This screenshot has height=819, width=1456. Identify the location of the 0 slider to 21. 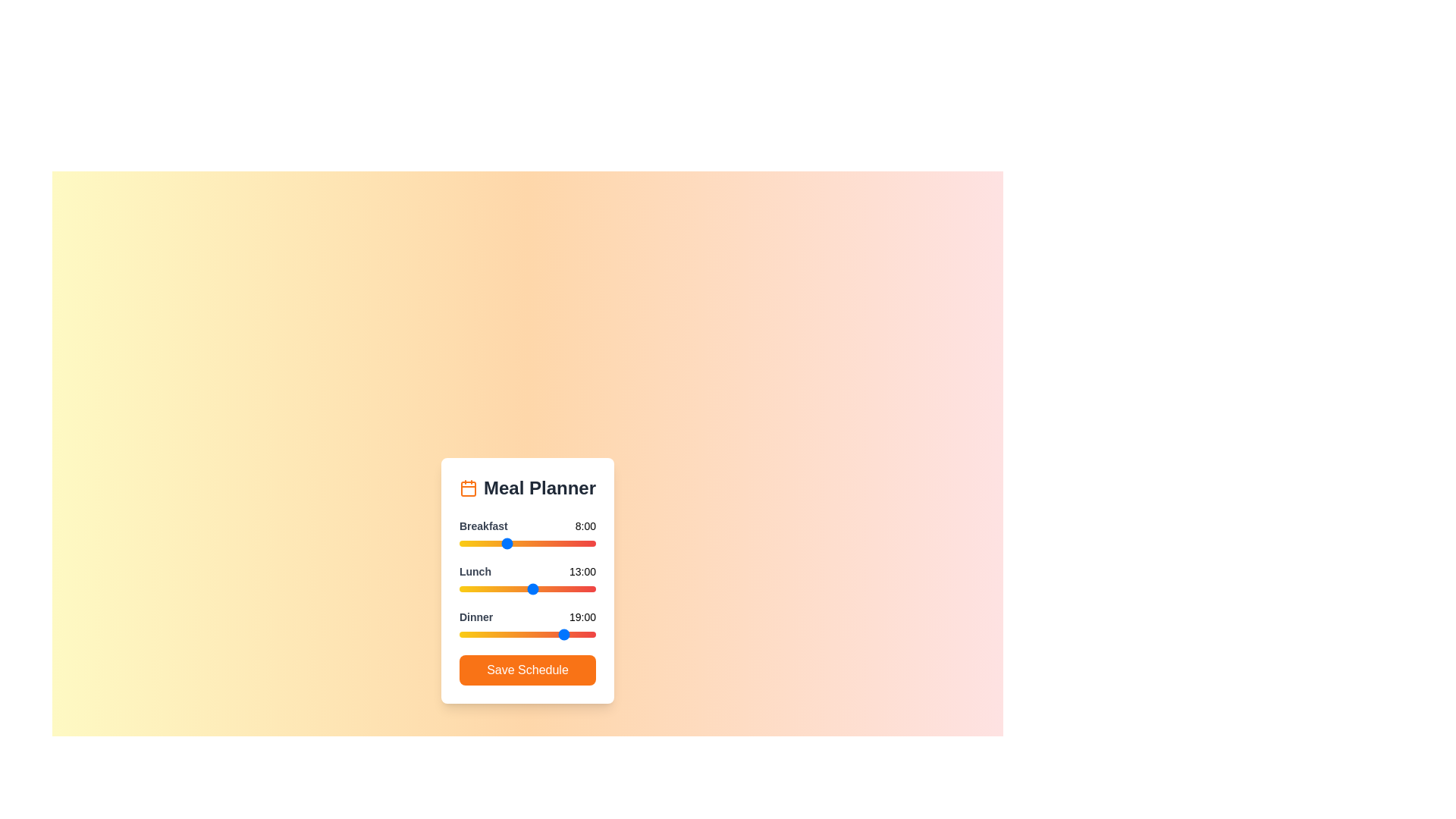
(578, 543).